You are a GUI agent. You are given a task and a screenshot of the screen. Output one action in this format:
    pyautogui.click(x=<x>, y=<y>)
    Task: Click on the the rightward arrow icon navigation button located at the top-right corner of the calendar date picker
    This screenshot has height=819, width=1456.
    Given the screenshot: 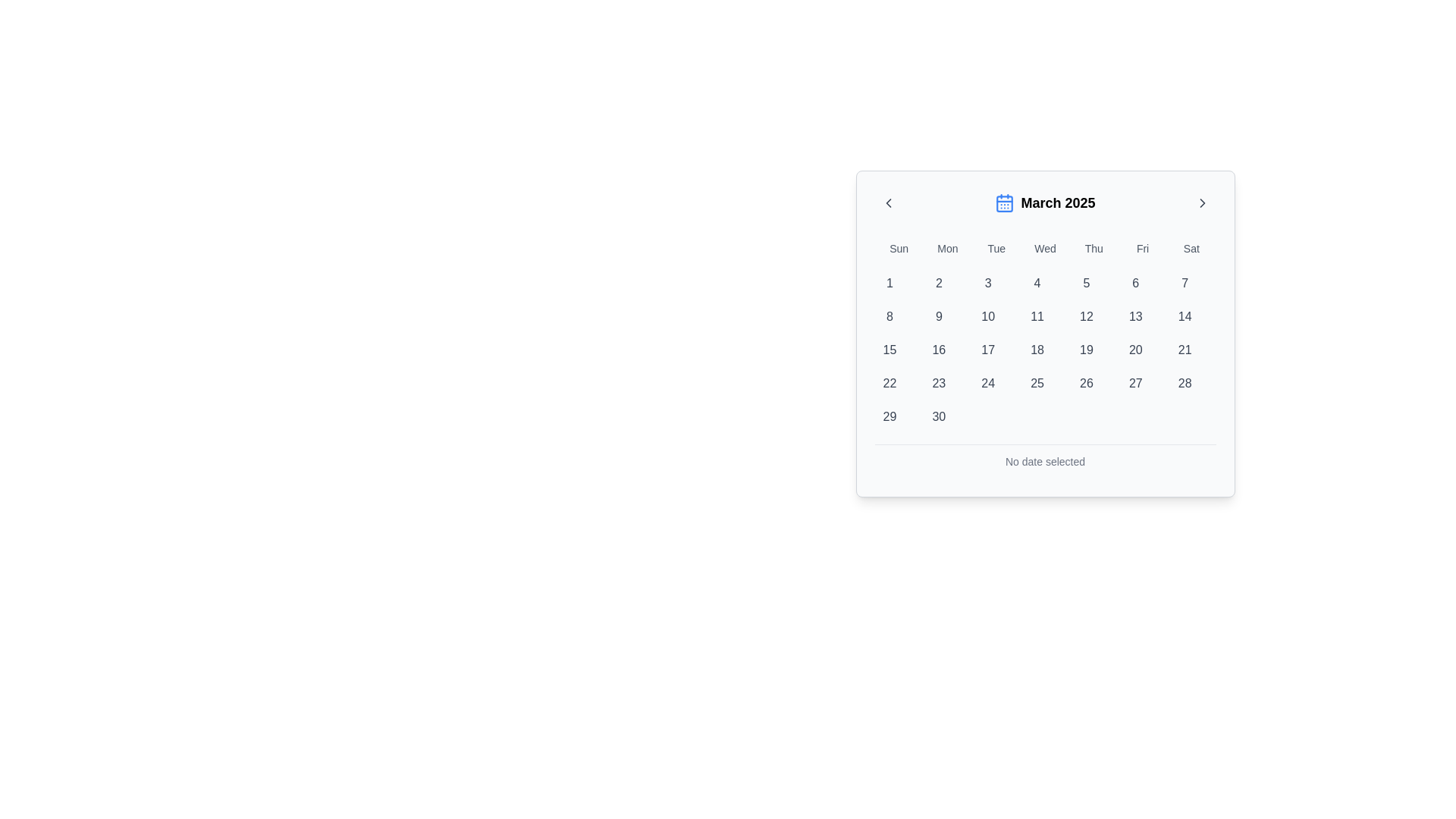 What is the action you would take?
    pyautogui.click(x=1201, y=202)
    